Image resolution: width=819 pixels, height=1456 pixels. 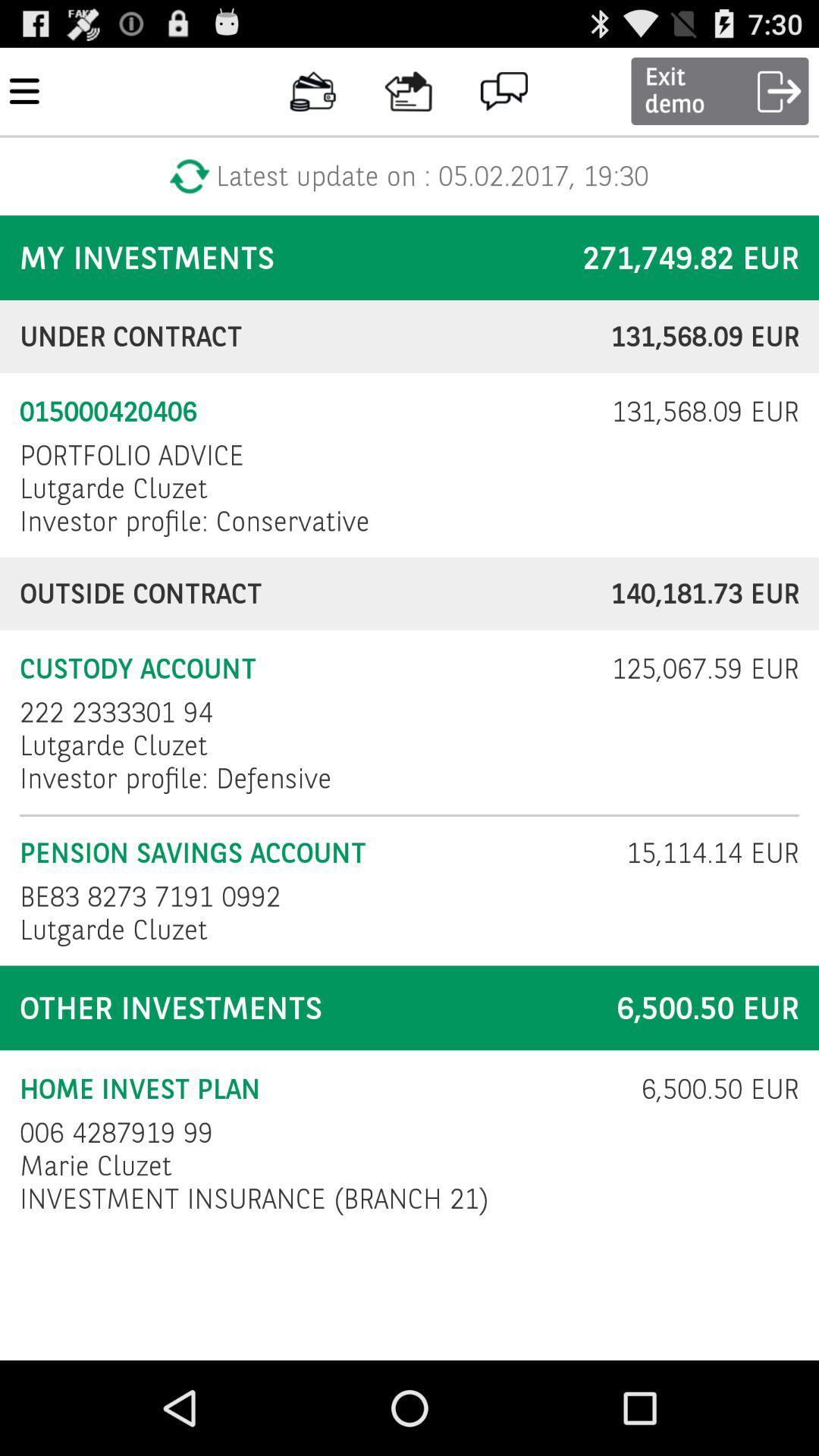 I want to click on the item above the portfolio advice icon, so click(x=306, y=412).